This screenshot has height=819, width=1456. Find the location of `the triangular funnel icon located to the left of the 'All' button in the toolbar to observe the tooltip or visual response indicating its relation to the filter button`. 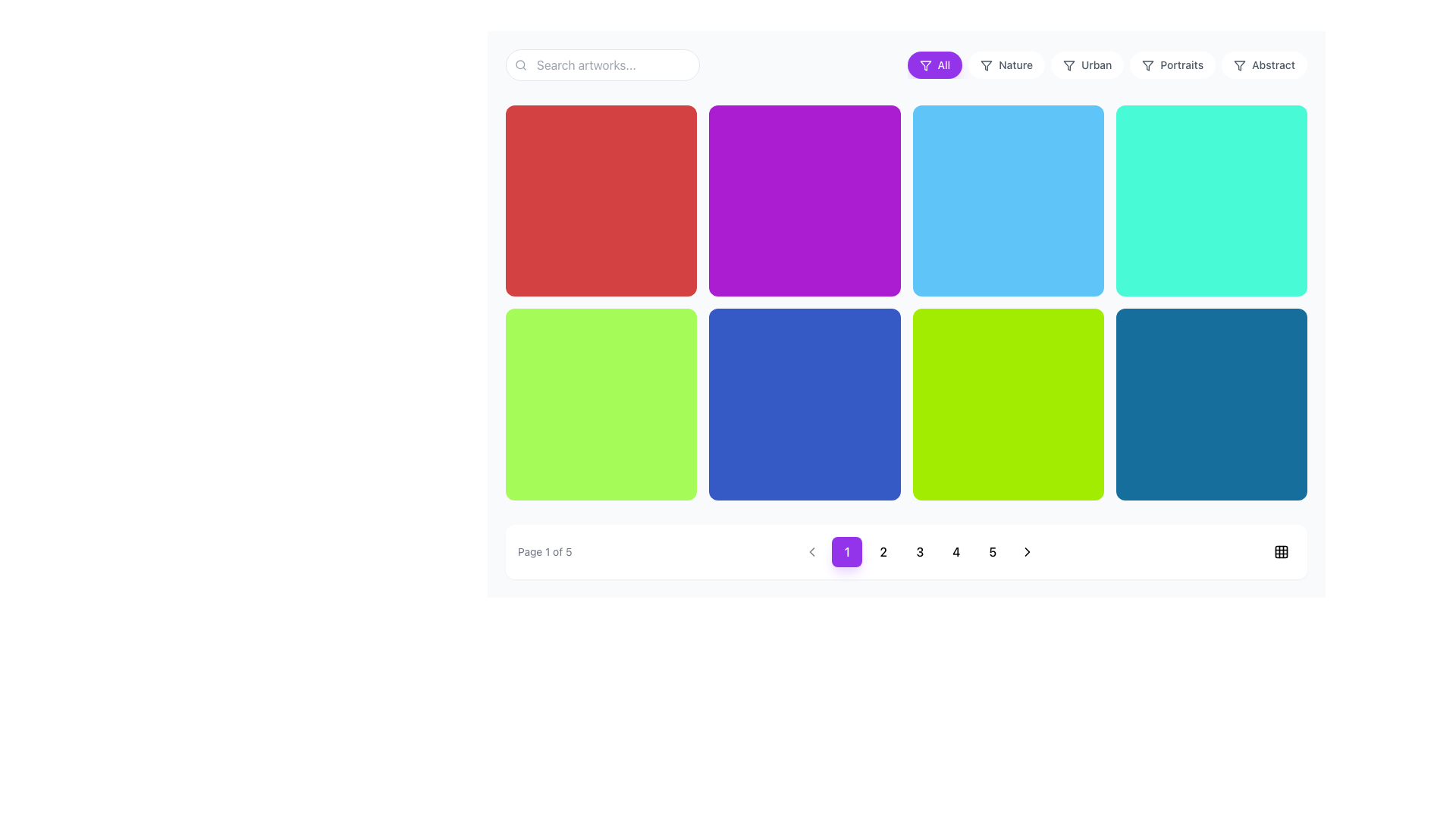

the triangular funnel icon located to the left of the 'All' button in the toolbar to observe the tooltip or visual response indicating its relation to the filter button is located at coordinates (1068, 65).